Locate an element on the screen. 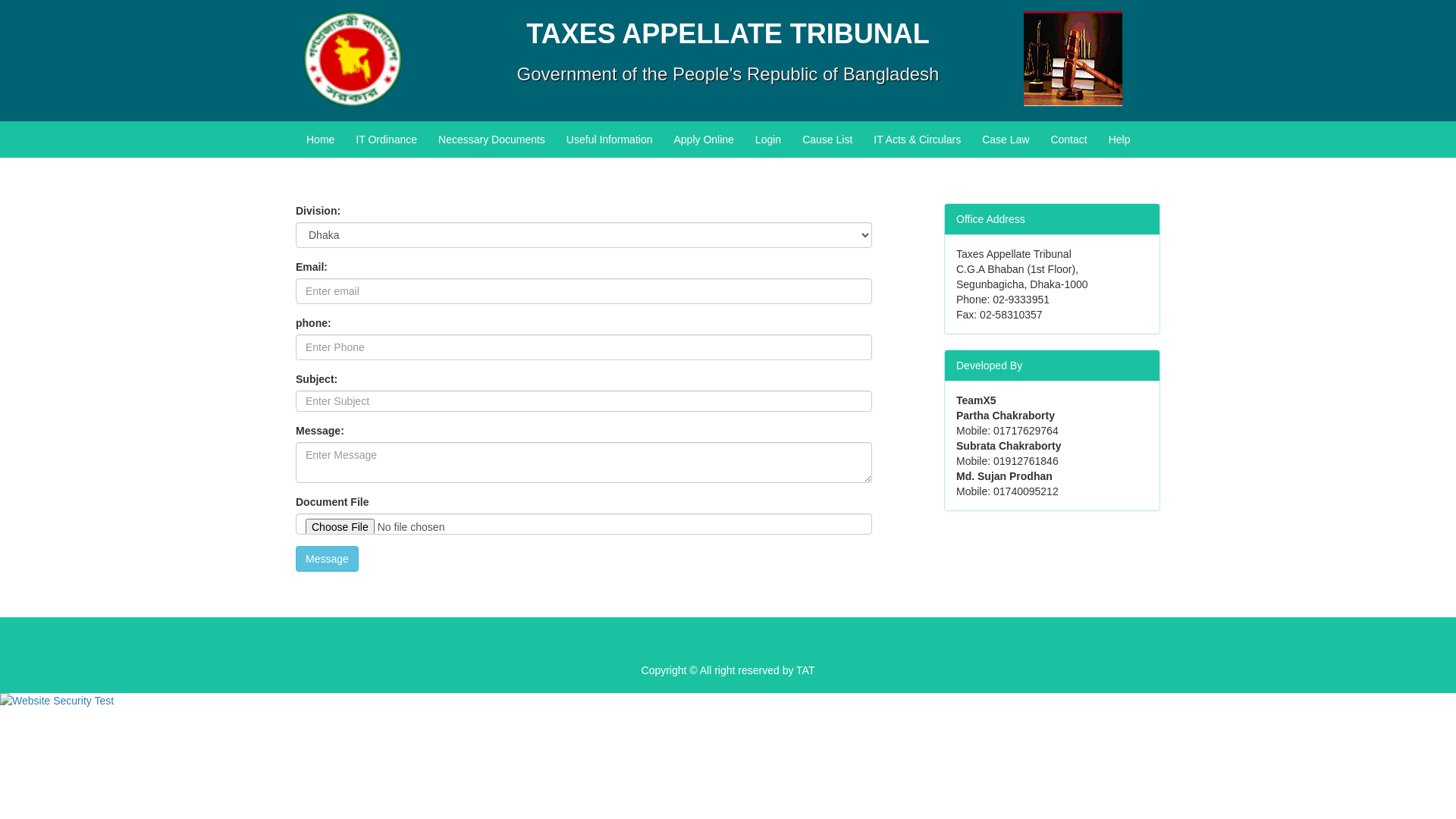 The width and height of the screenshot is (1456, 819). 'Contact' is located at coordinates (1039, 140).